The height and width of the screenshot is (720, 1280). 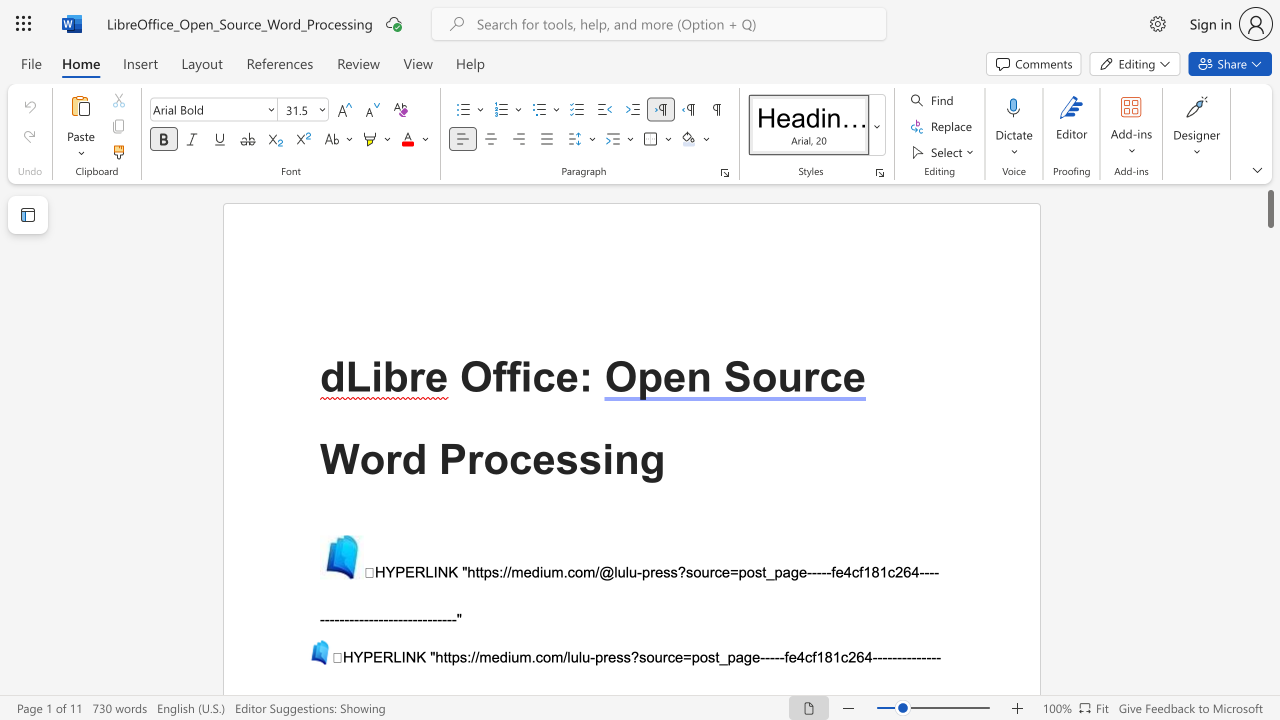 What do you see at coordinates (1269, 438) in the screenshot?
I see `the scrollbar to move the page downward` at bounding box center [1269, 438].